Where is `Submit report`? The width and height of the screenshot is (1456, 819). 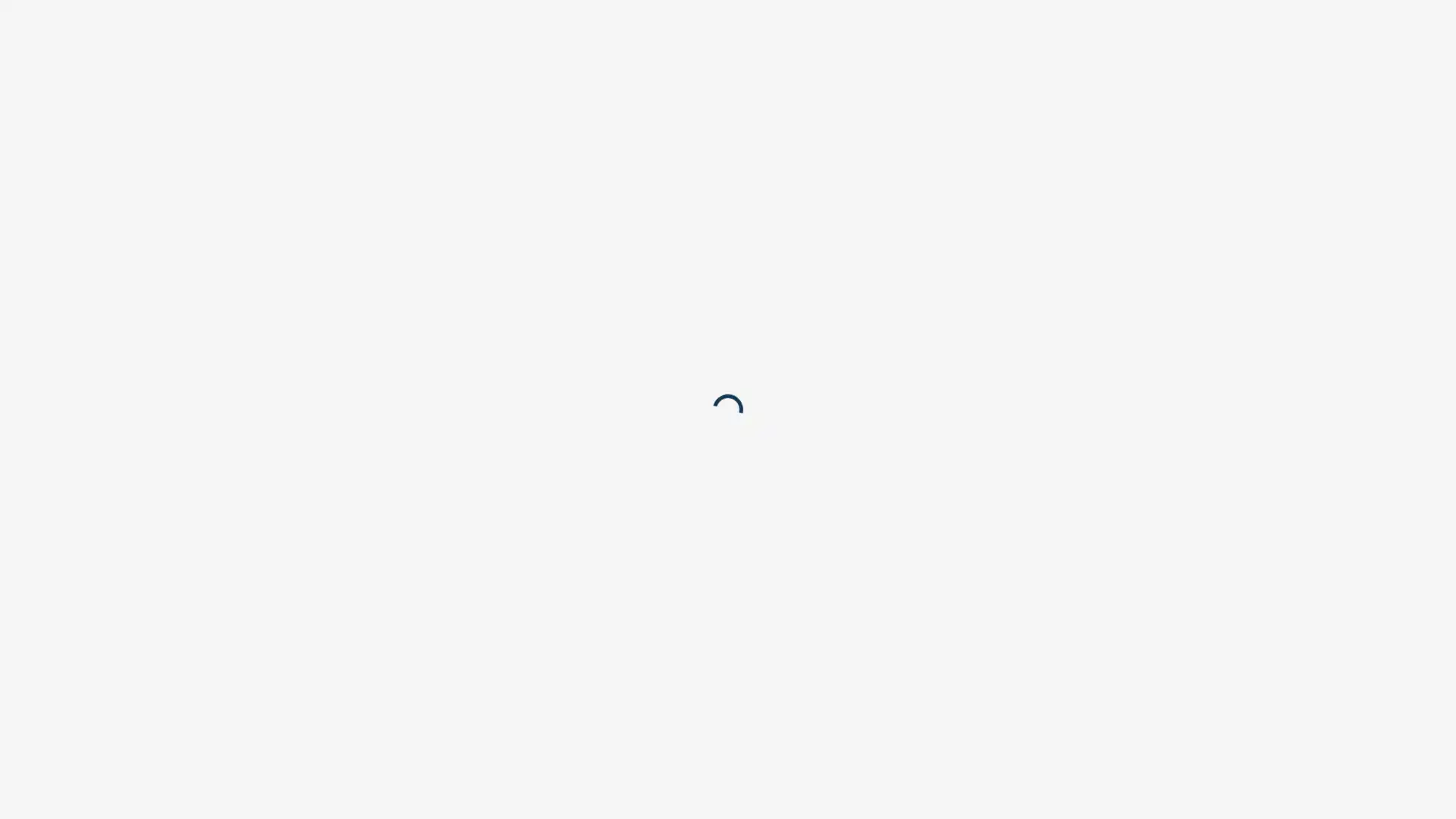
Submit report is located at coordinates (910, 174).